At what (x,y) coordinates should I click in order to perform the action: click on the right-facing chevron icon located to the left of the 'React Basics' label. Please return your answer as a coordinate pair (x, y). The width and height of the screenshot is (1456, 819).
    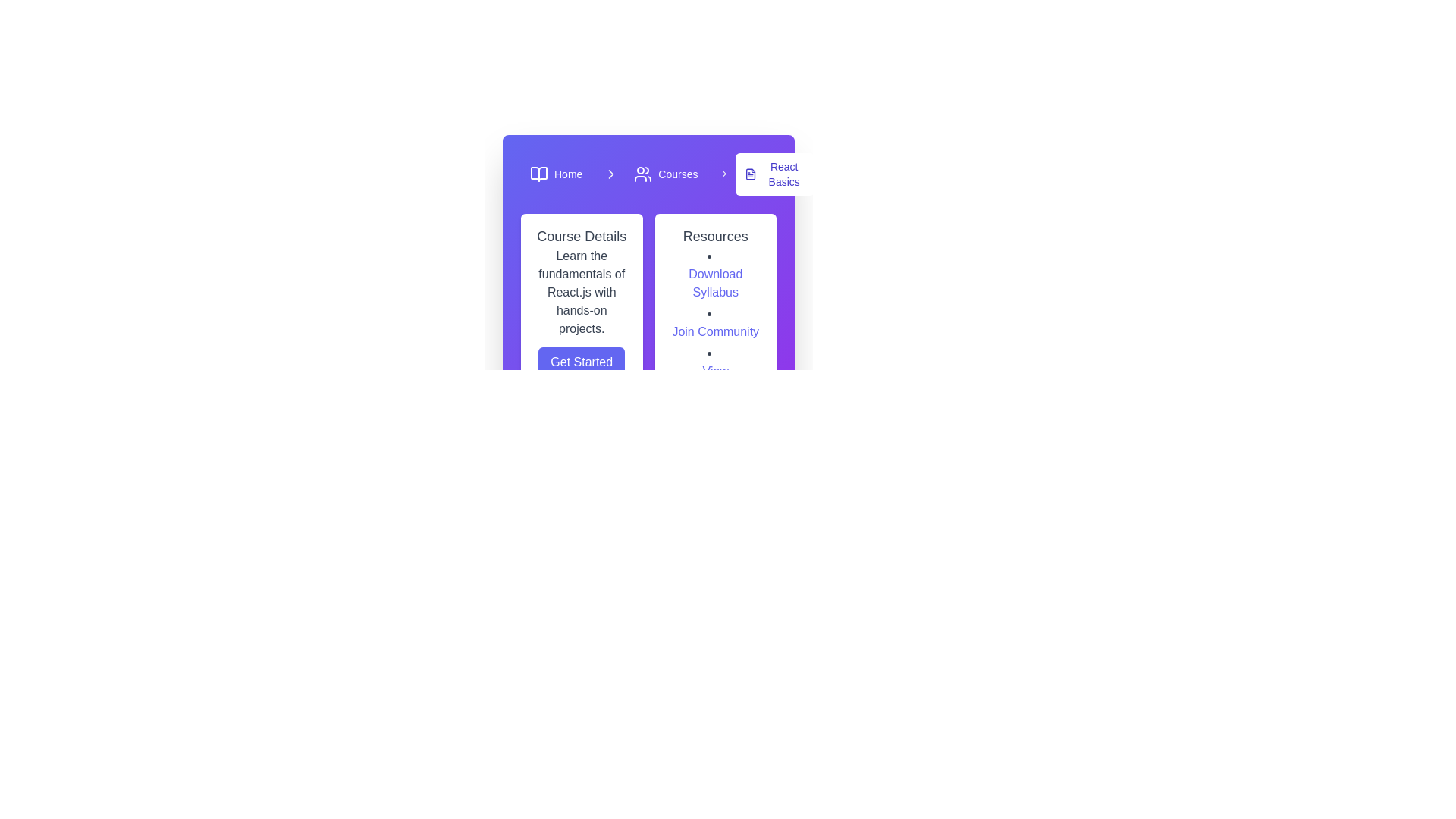
    Looking at the image, I should click on (723, 174).